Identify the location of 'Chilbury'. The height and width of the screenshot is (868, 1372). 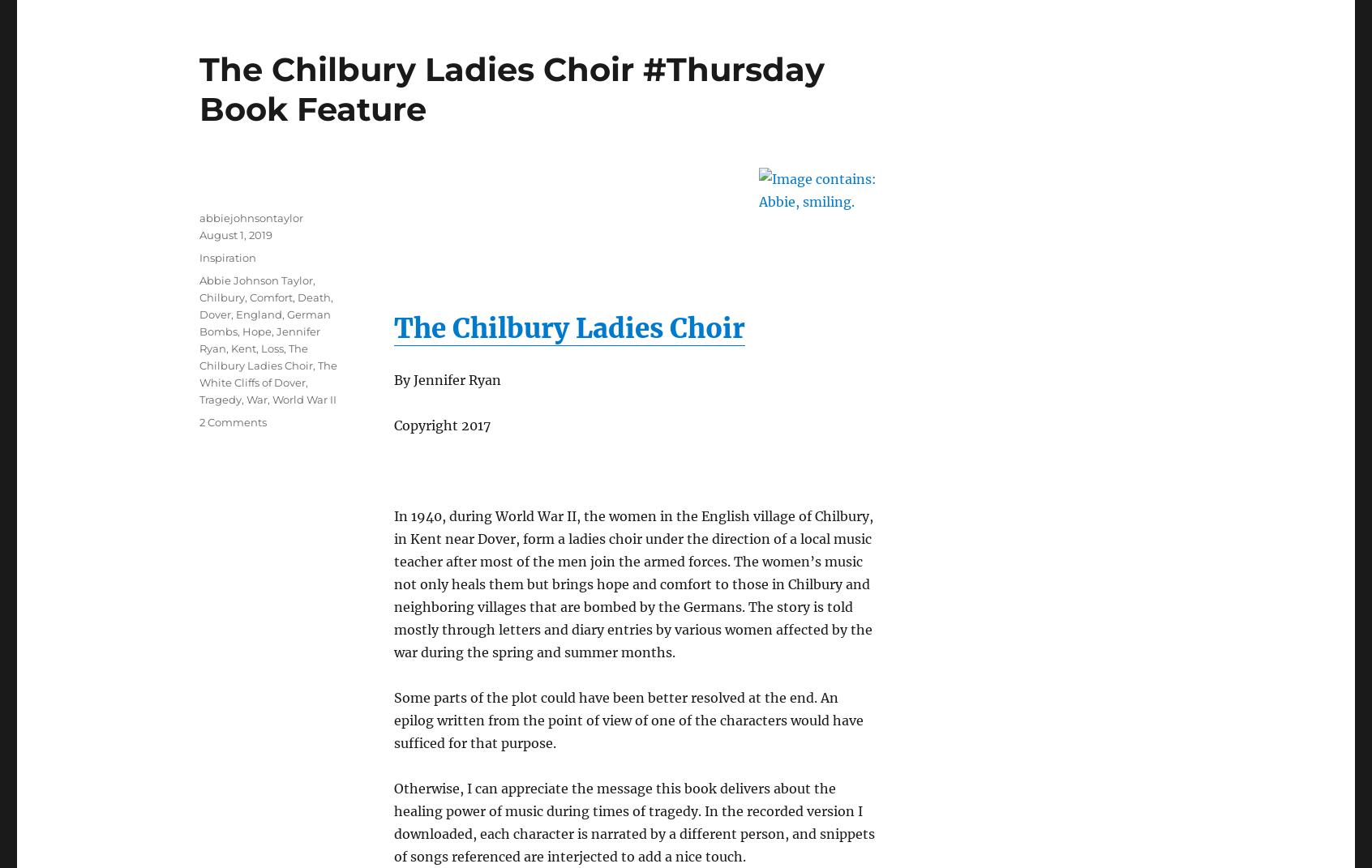
(221, 295).